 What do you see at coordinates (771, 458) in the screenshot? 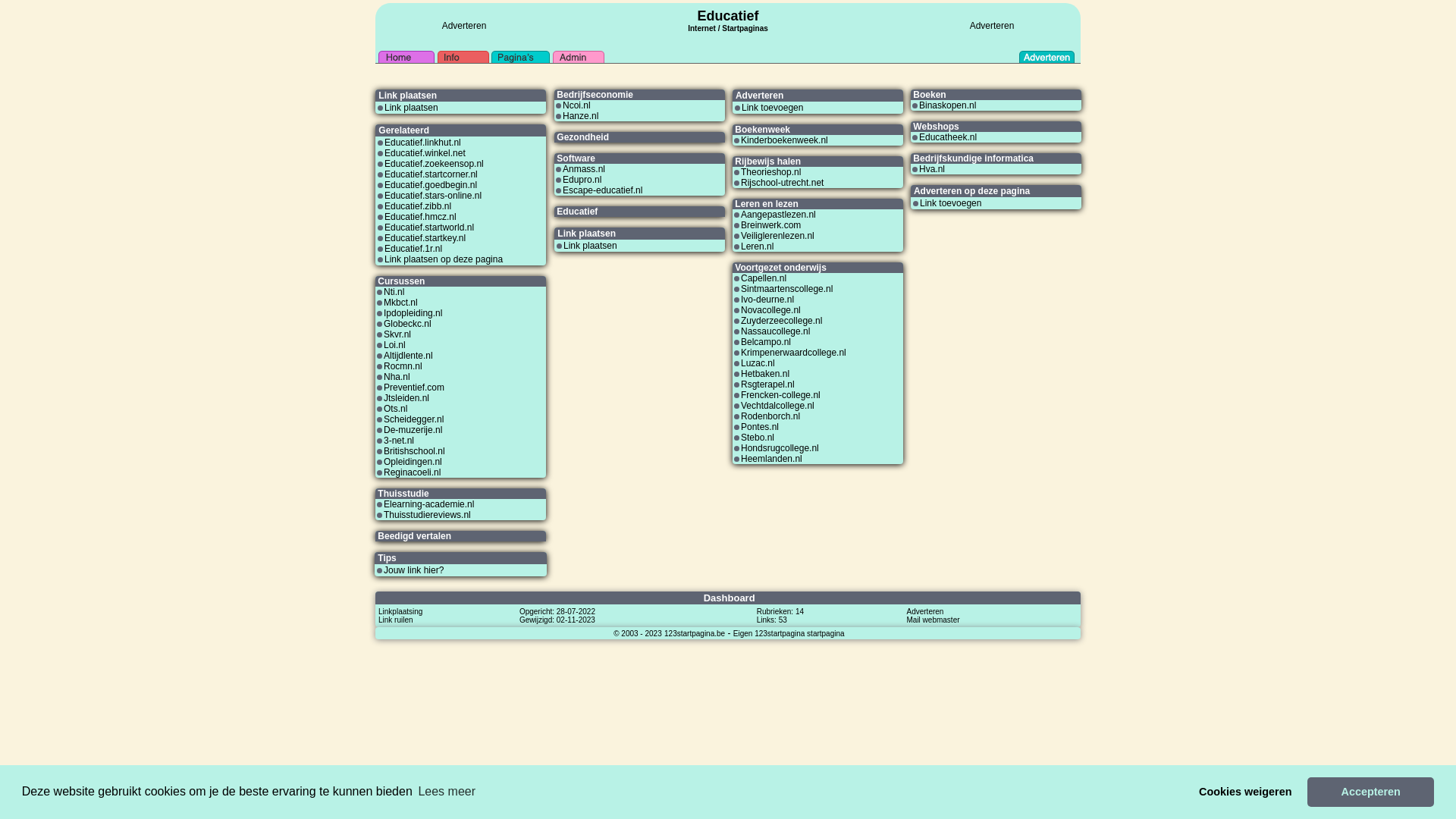
I see `'Heemlanden.nl'` at bounding box center [771, 458].